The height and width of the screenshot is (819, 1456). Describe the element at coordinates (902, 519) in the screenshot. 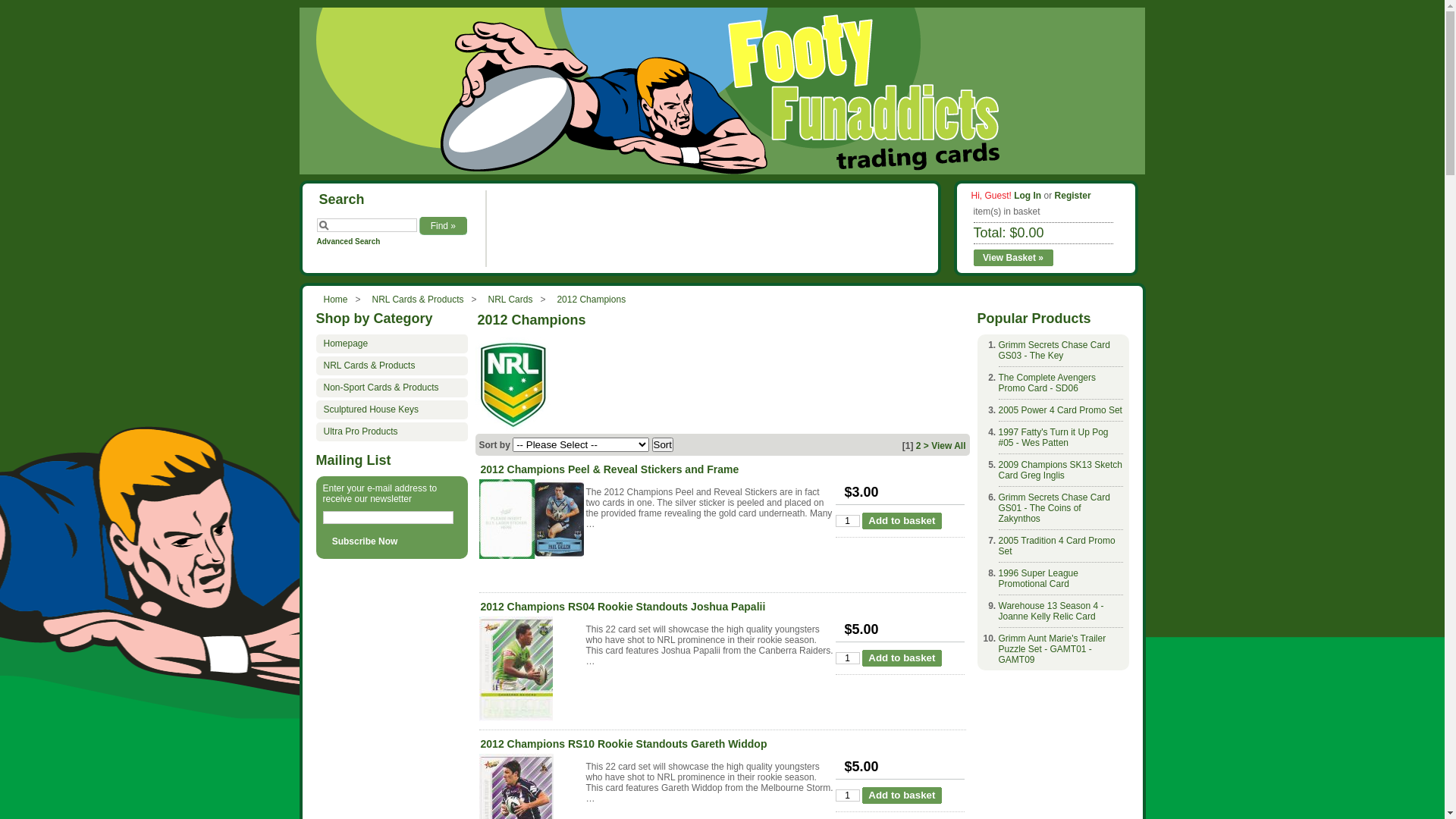

I see `'Add to basket'` at that location.